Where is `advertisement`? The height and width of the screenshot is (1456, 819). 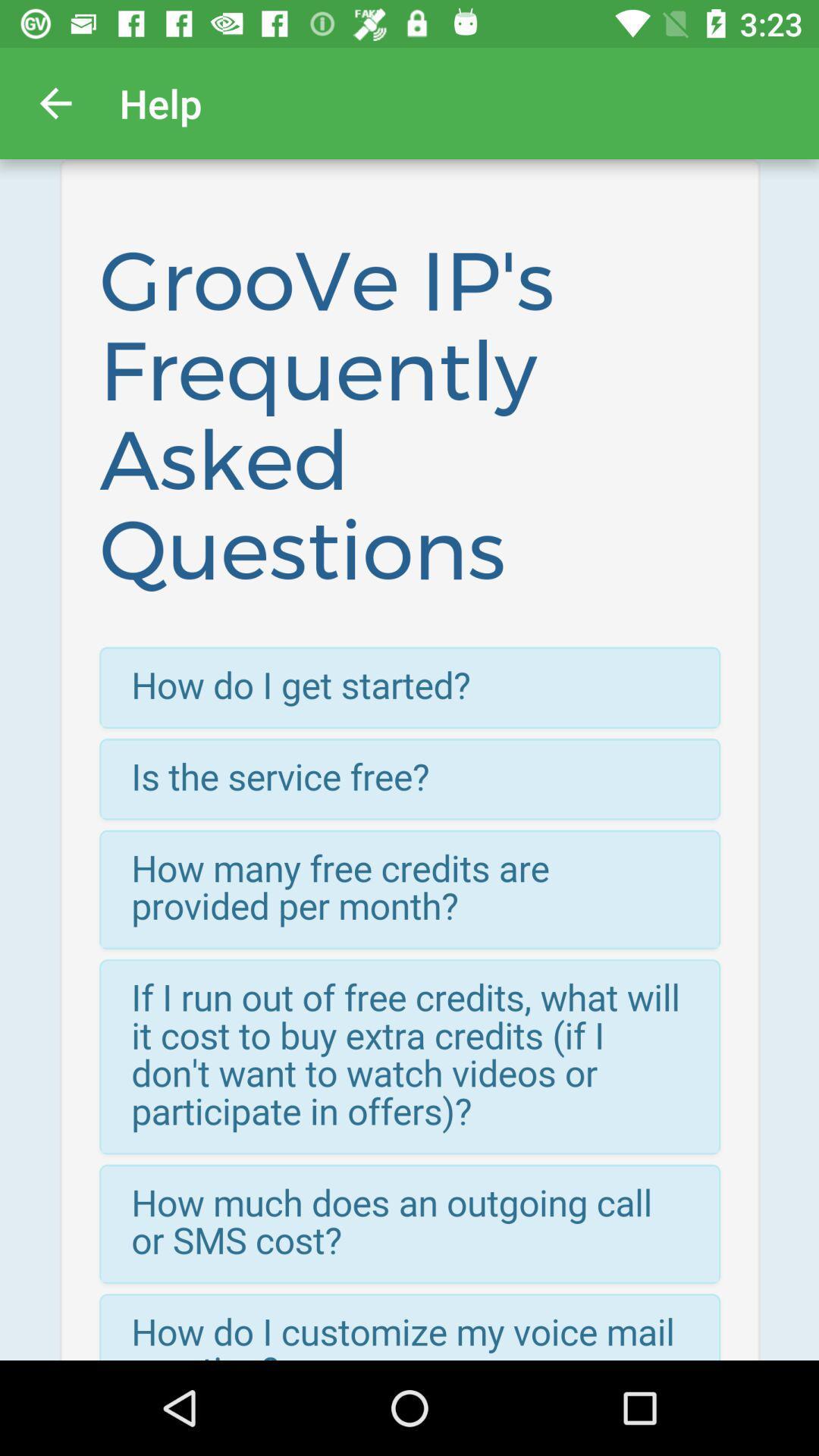 advertisement is located at coordinates (409, 760).